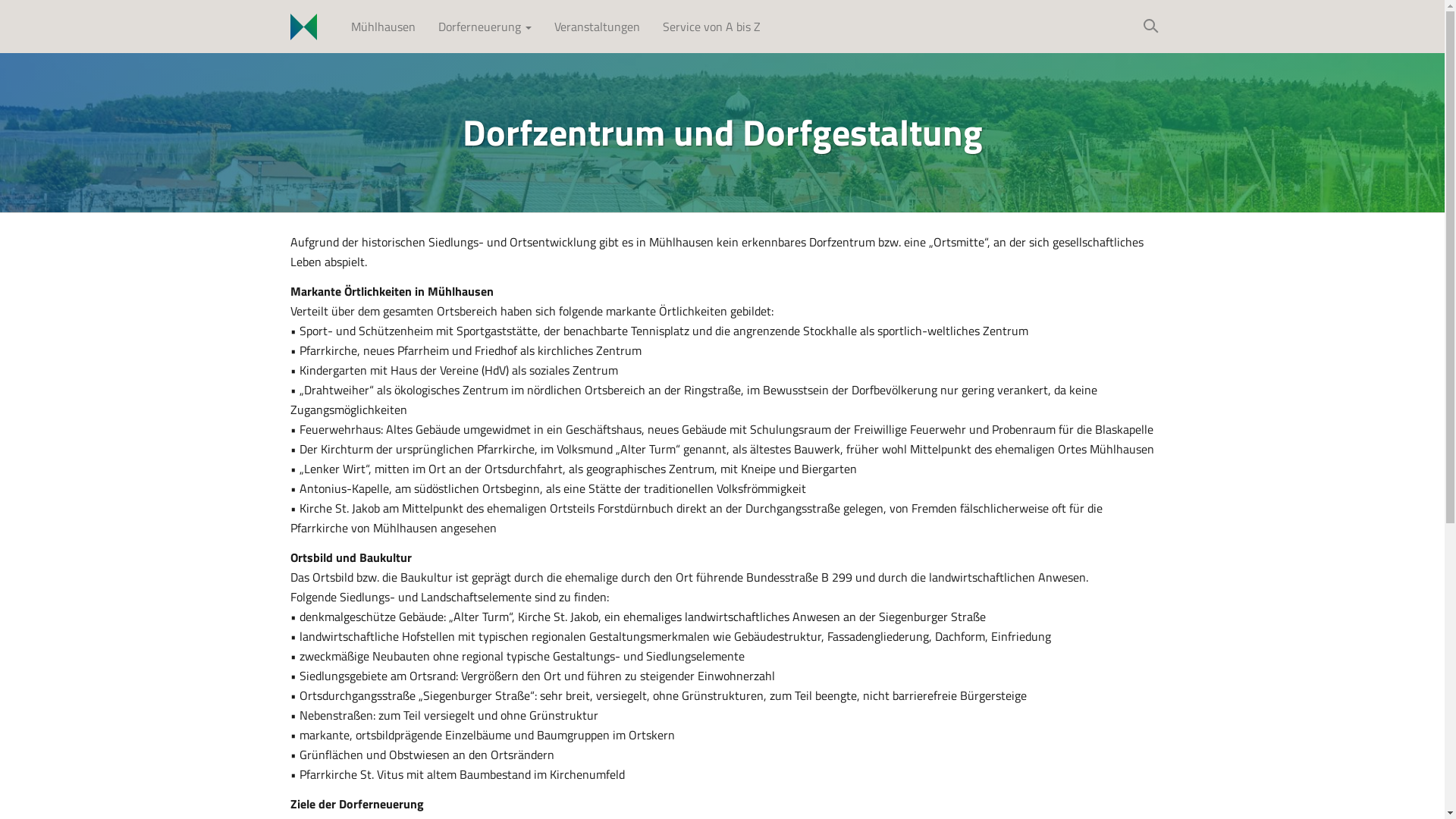  What do you see at coordinates (710, 26) in the screenshot?
I see `'Service von A bis Z'` at bounding box center [710, 26].